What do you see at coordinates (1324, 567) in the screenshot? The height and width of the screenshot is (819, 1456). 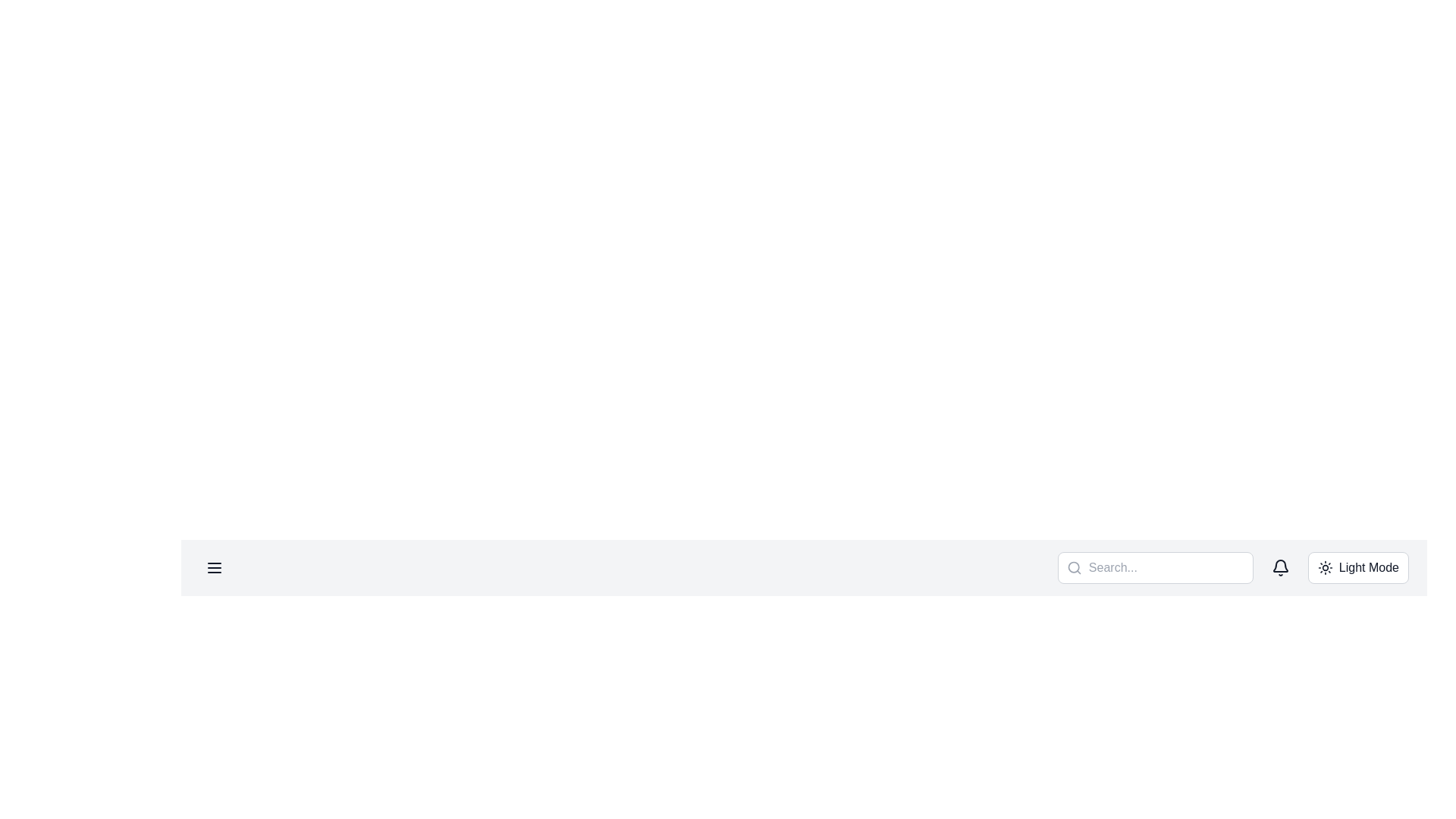 I see `the sun icon representing the theme toggle action for switching to Dark Mode, which is located to the left of the 'Light Mode' text label at the top-right corner of the interface` at bounding box center [1324, 567].